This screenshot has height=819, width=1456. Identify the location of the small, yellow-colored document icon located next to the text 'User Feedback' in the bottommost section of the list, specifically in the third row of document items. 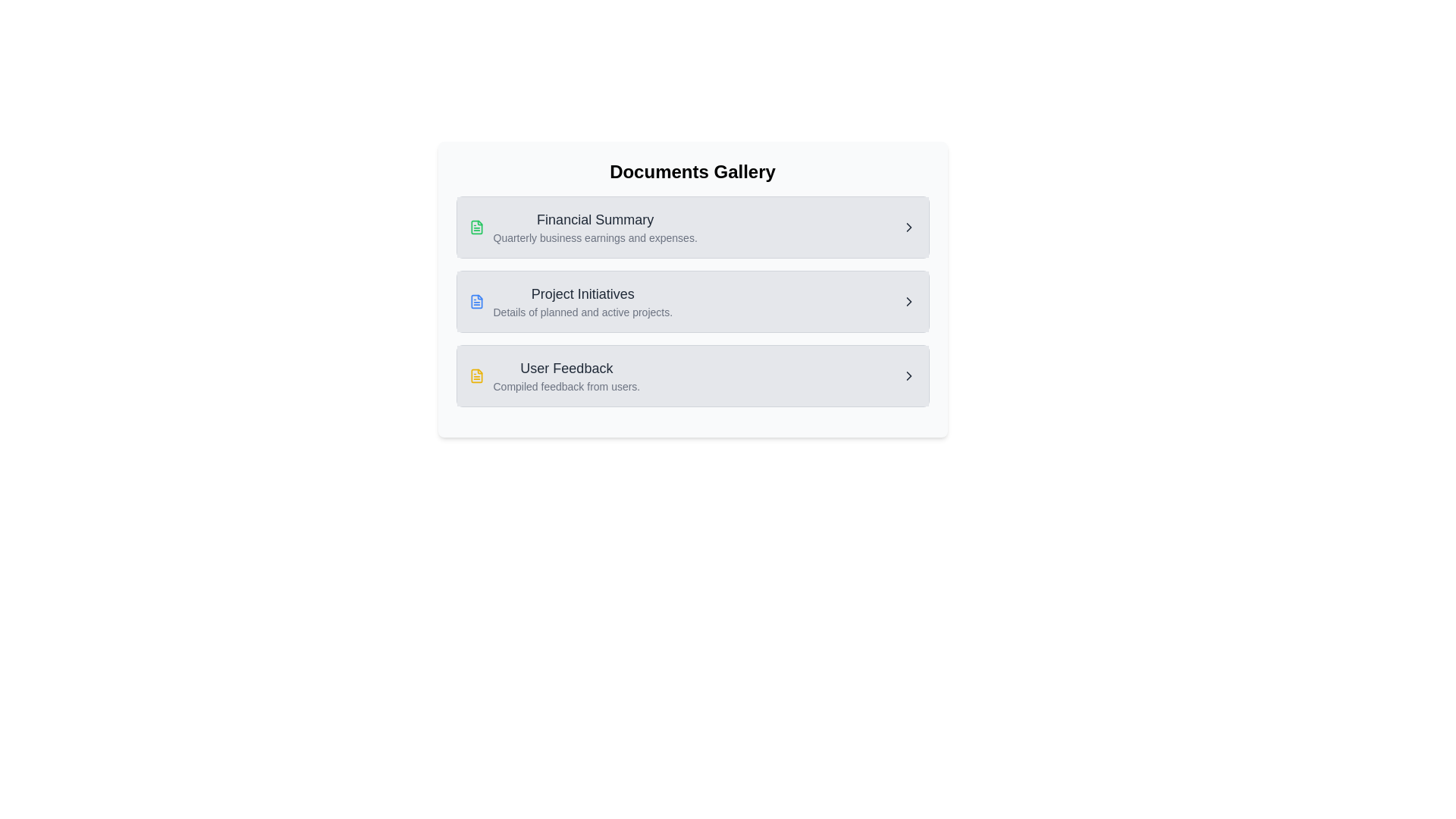
(475, 375).